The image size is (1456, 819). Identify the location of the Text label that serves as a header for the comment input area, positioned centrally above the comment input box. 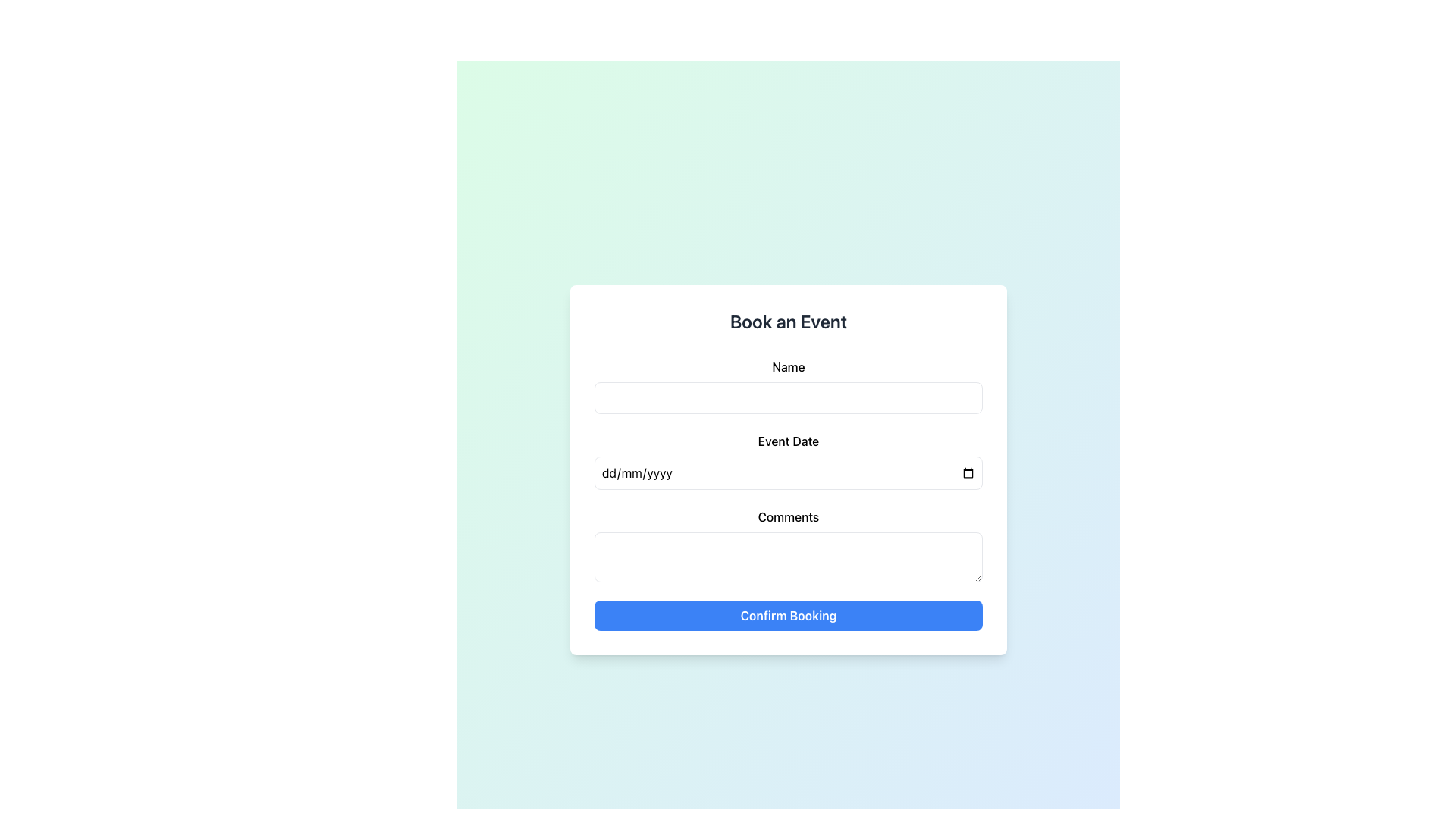
(789, 516).